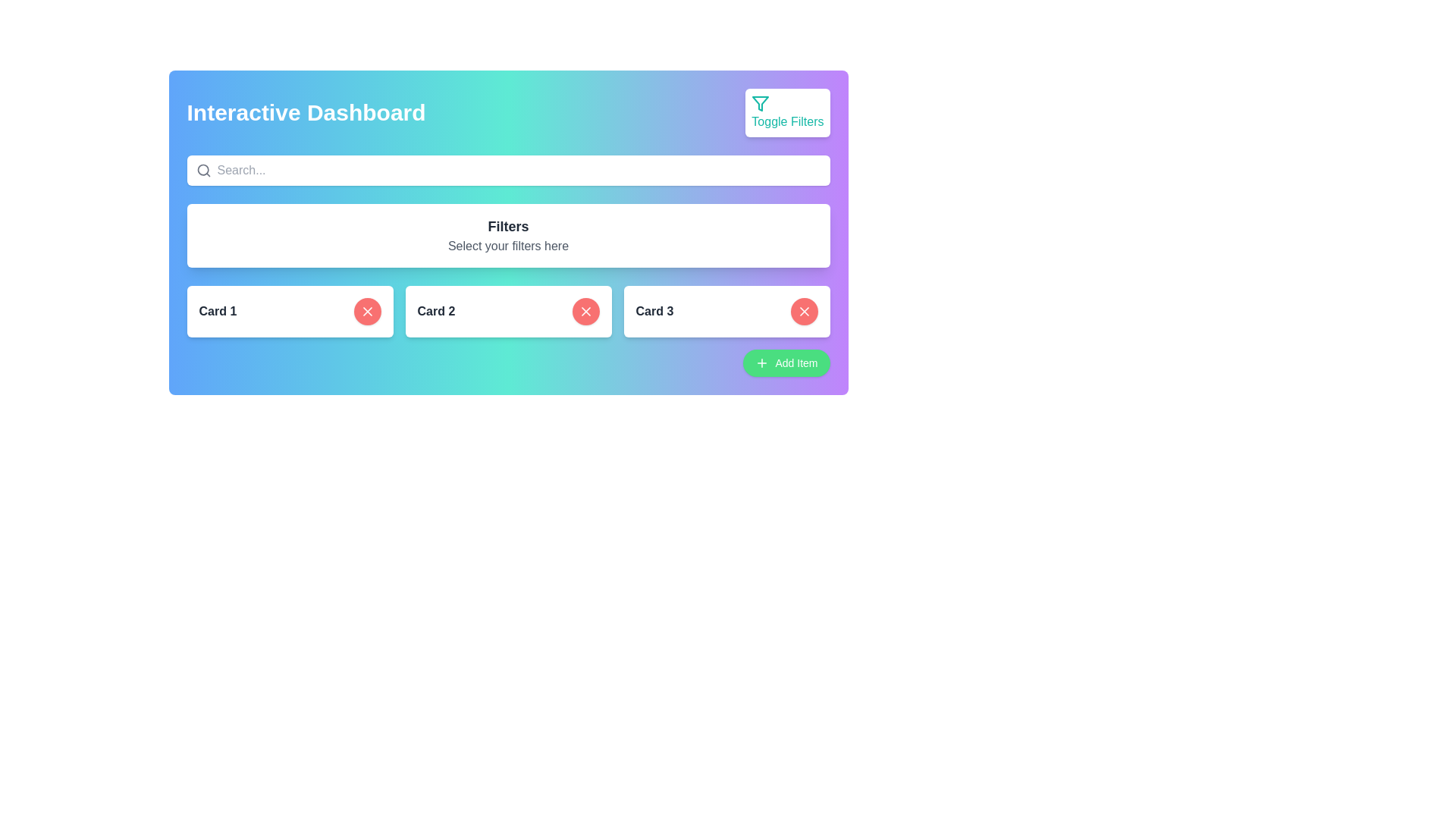 The image size is (1456, 819). Describe the element at coordinates (508, 233) in the screenshot. I see `text in the 'Filters' section, which includes the title and subtitle, located at the center of the section with a white background and rounded corners` at that location.